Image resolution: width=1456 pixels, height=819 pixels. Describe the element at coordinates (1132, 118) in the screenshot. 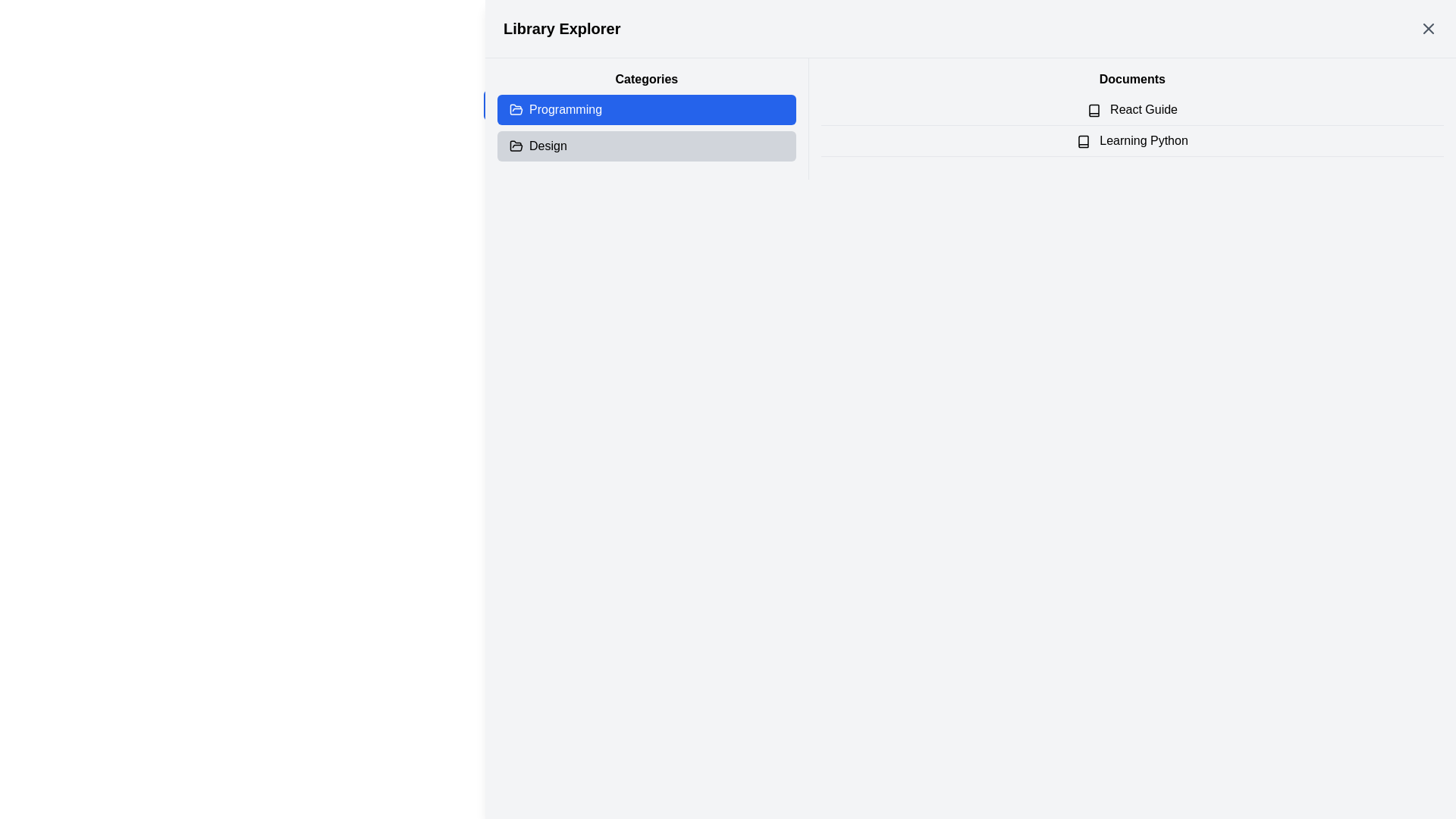

I see `the book icons in the 'Documents' section of the category display, which lists 'React Guide' and 'Learning Python'` at that location.